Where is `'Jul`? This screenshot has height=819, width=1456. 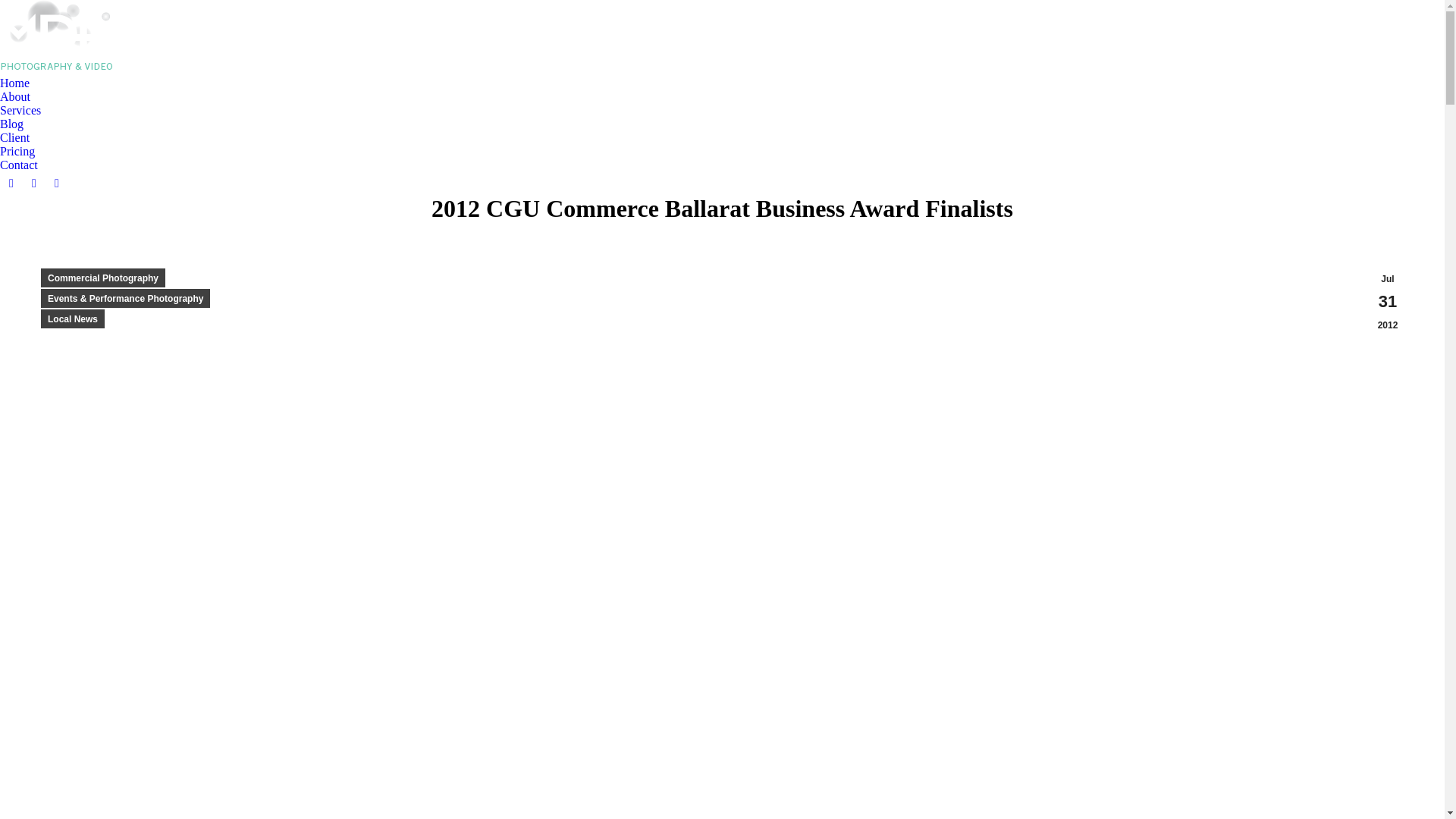 'Jul is located at coordinates (1387, 302).